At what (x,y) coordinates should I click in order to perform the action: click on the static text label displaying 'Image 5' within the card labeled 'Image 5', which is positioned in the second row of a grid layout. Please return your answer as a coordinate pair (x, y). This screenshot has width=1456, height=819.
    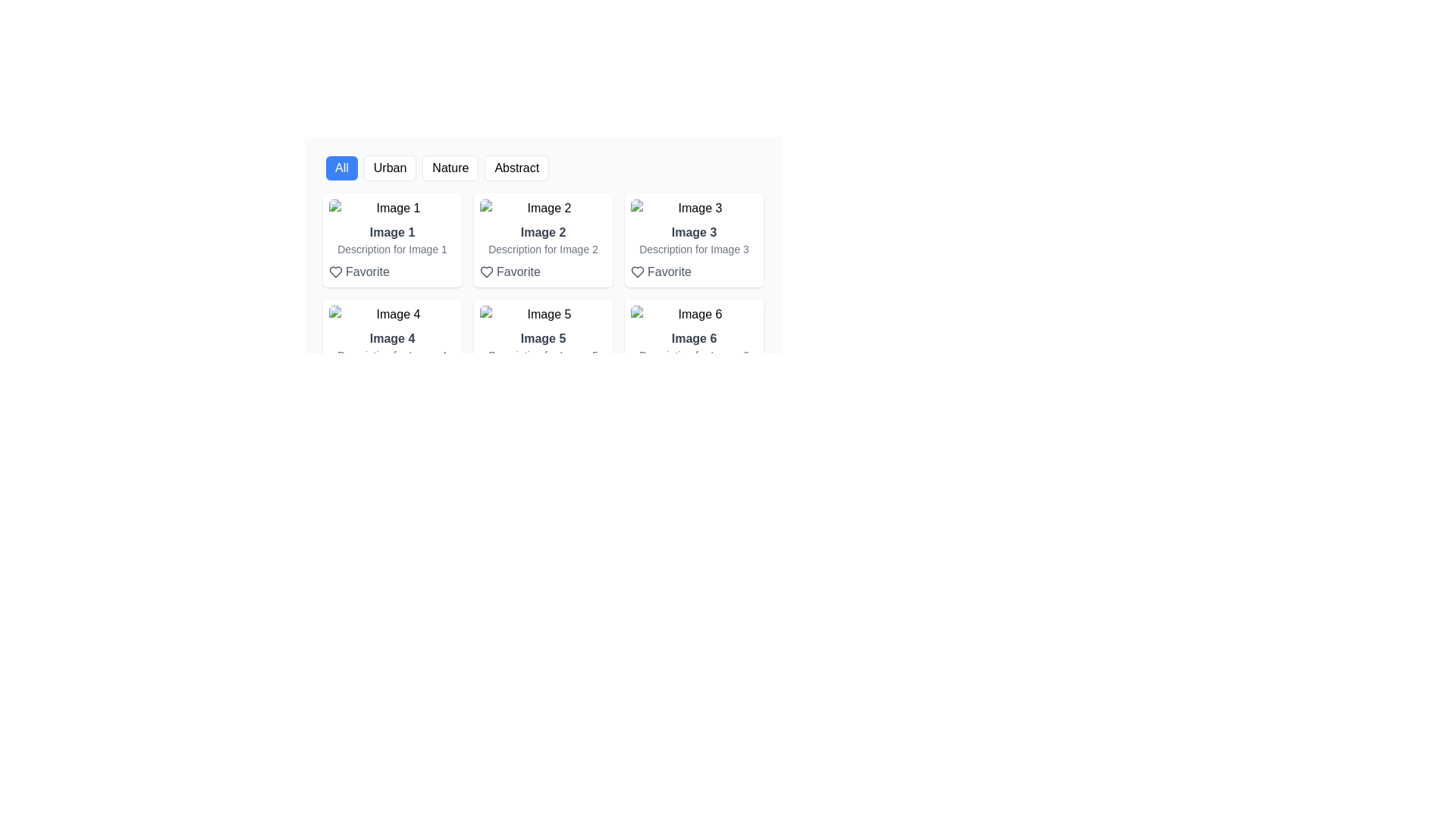
    Looking at the image, I should click on (543, 338).